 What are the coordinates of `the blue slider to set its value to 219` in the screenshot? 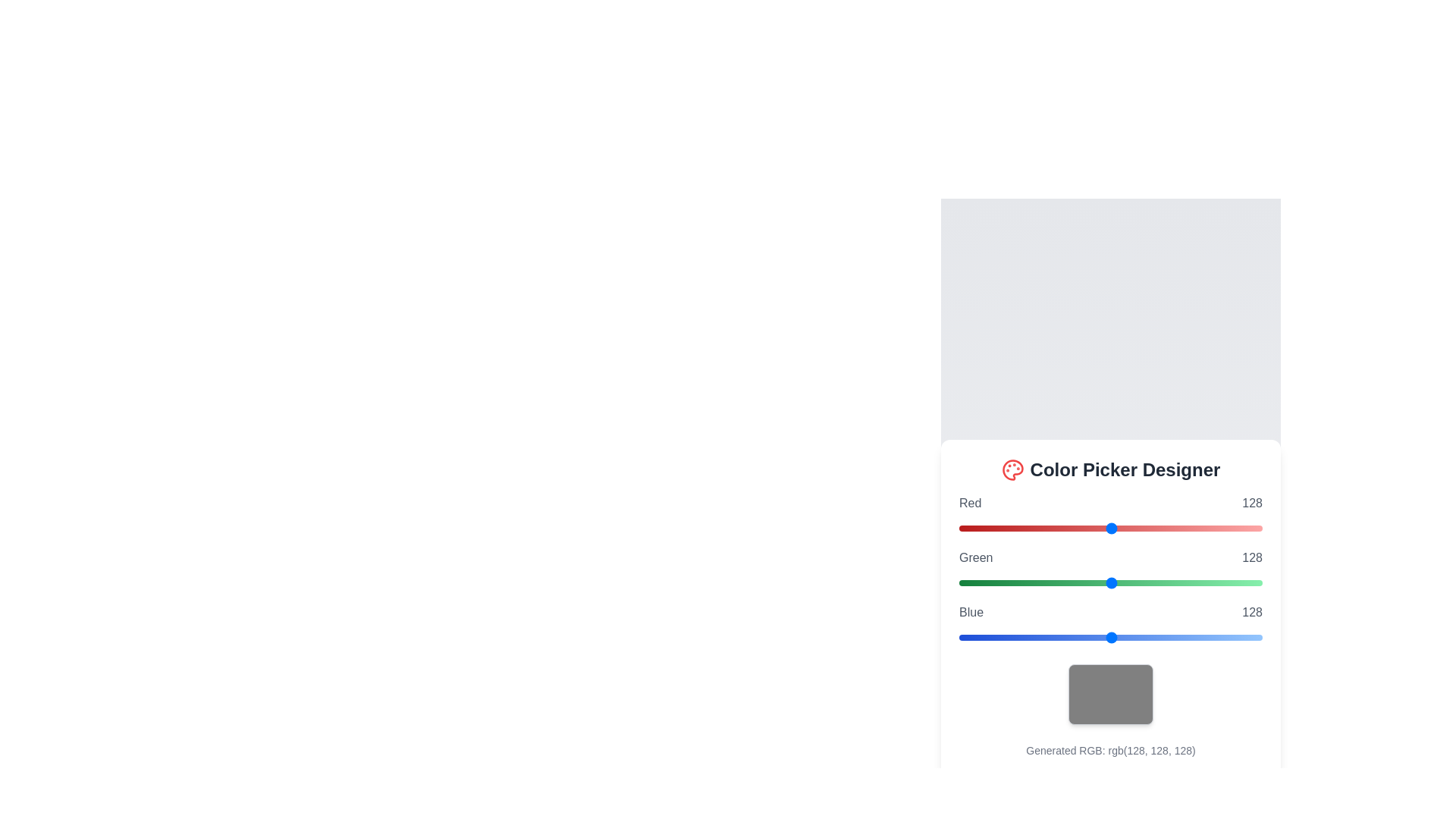 It's located at (1219, 637).